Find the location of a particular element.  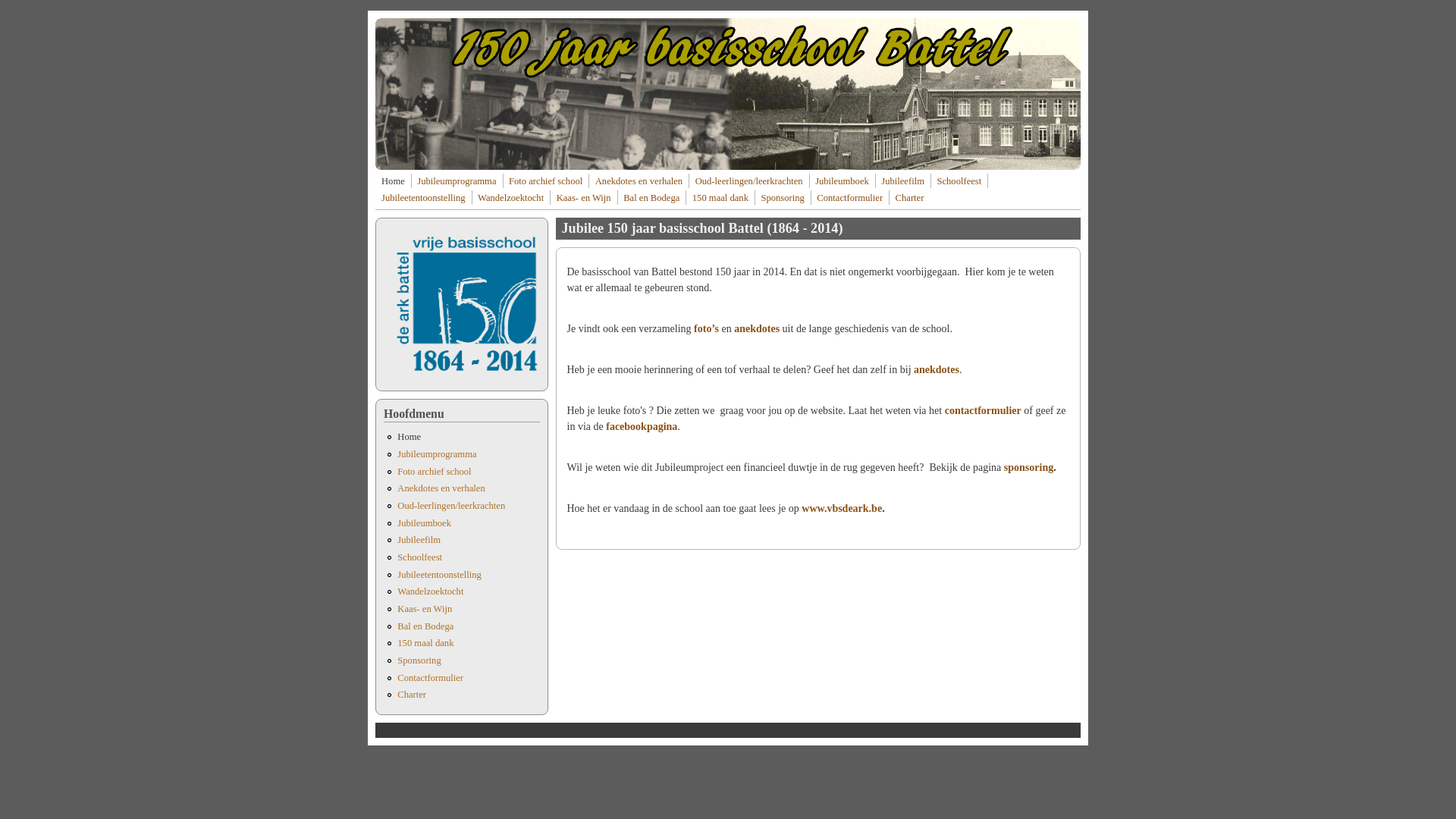

'Anekdotes en verhalen' is located at coordinates (591, 180).